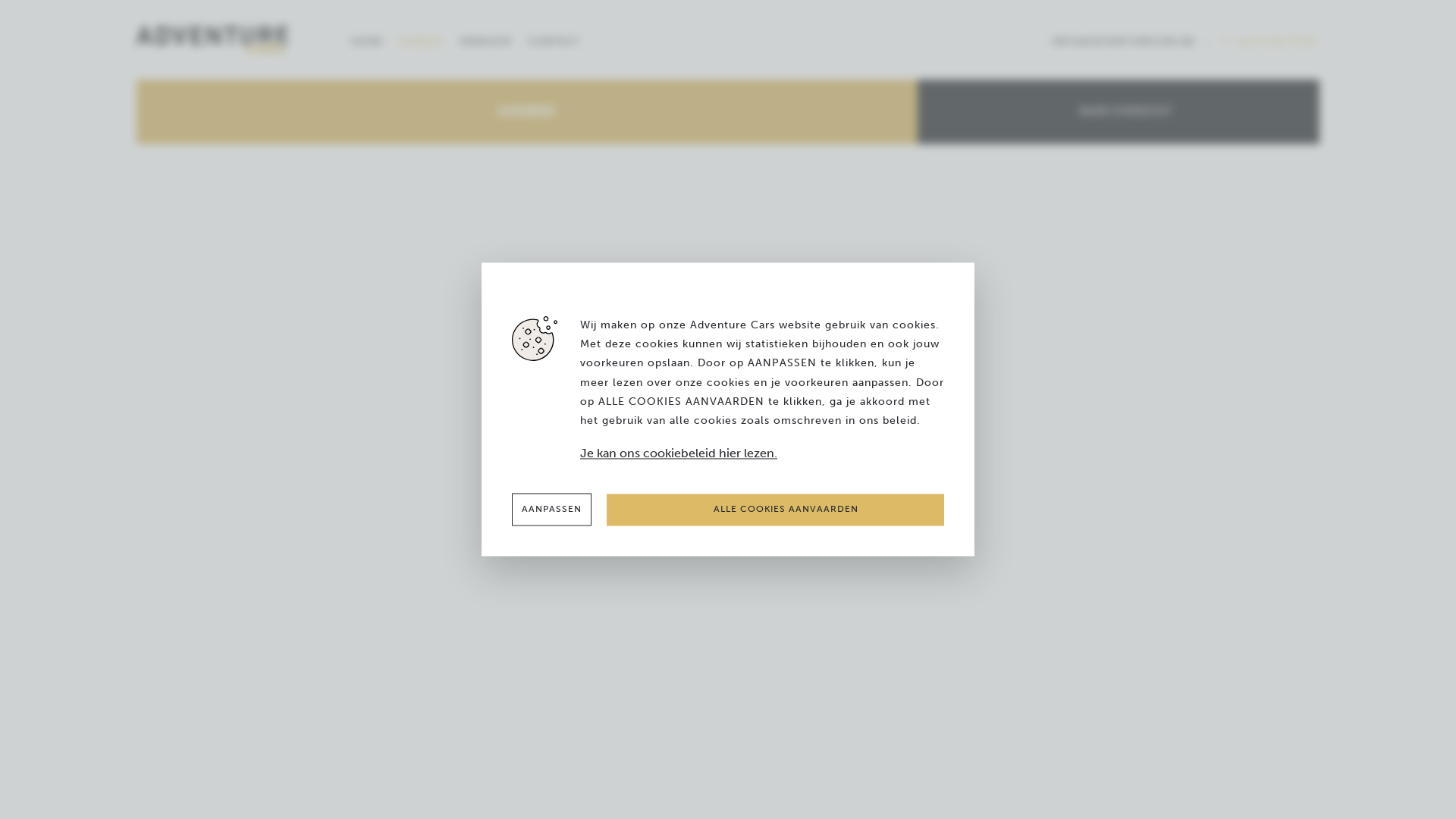  Describe the element at coordinates (1112, 111) in the screenshot. I see `'NAAR OVERZICHT'` at that location.